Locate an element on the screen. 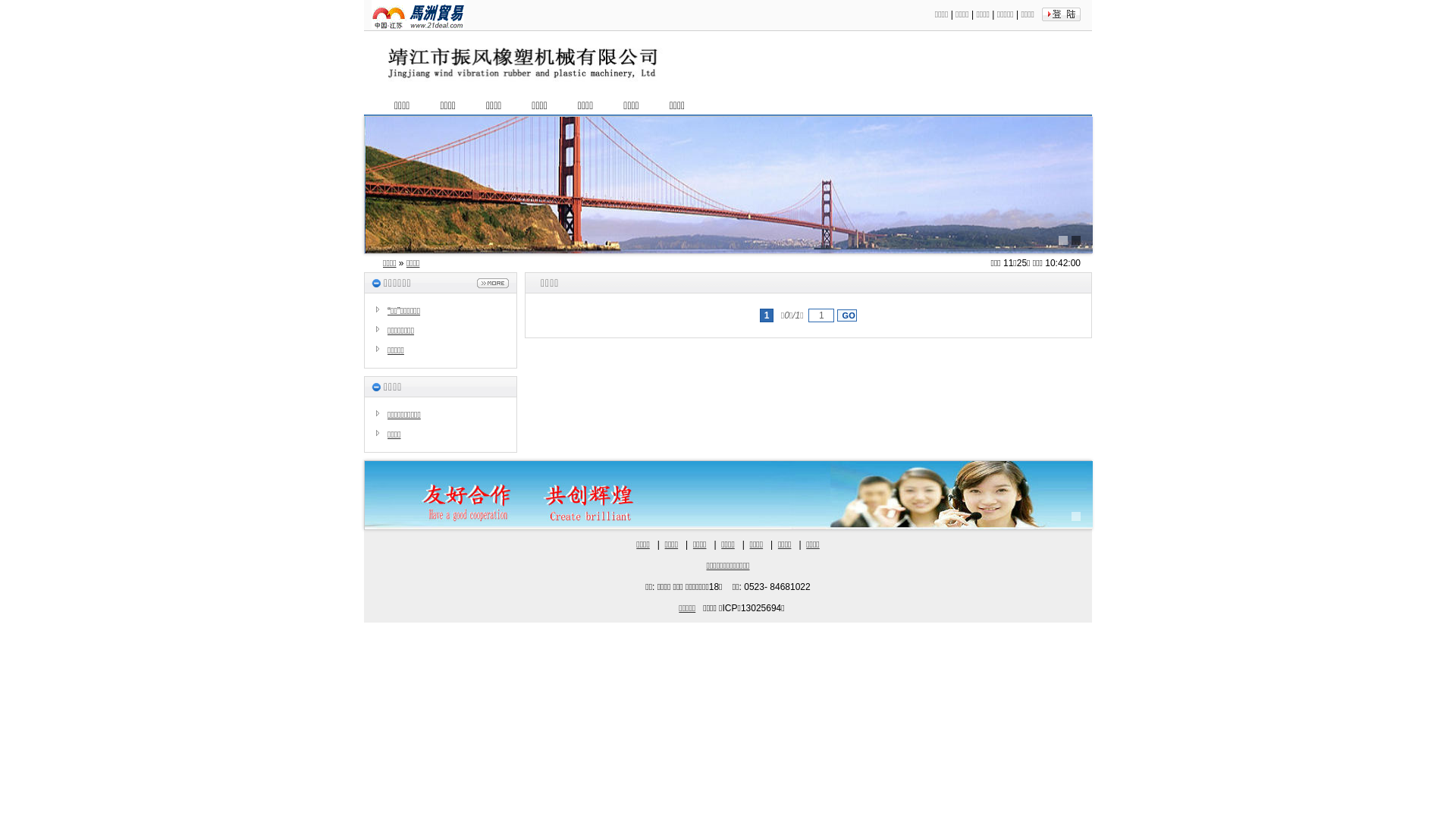 This screenshot has height=819, width=1456. 'GO' is located at coordinates (846, 315).